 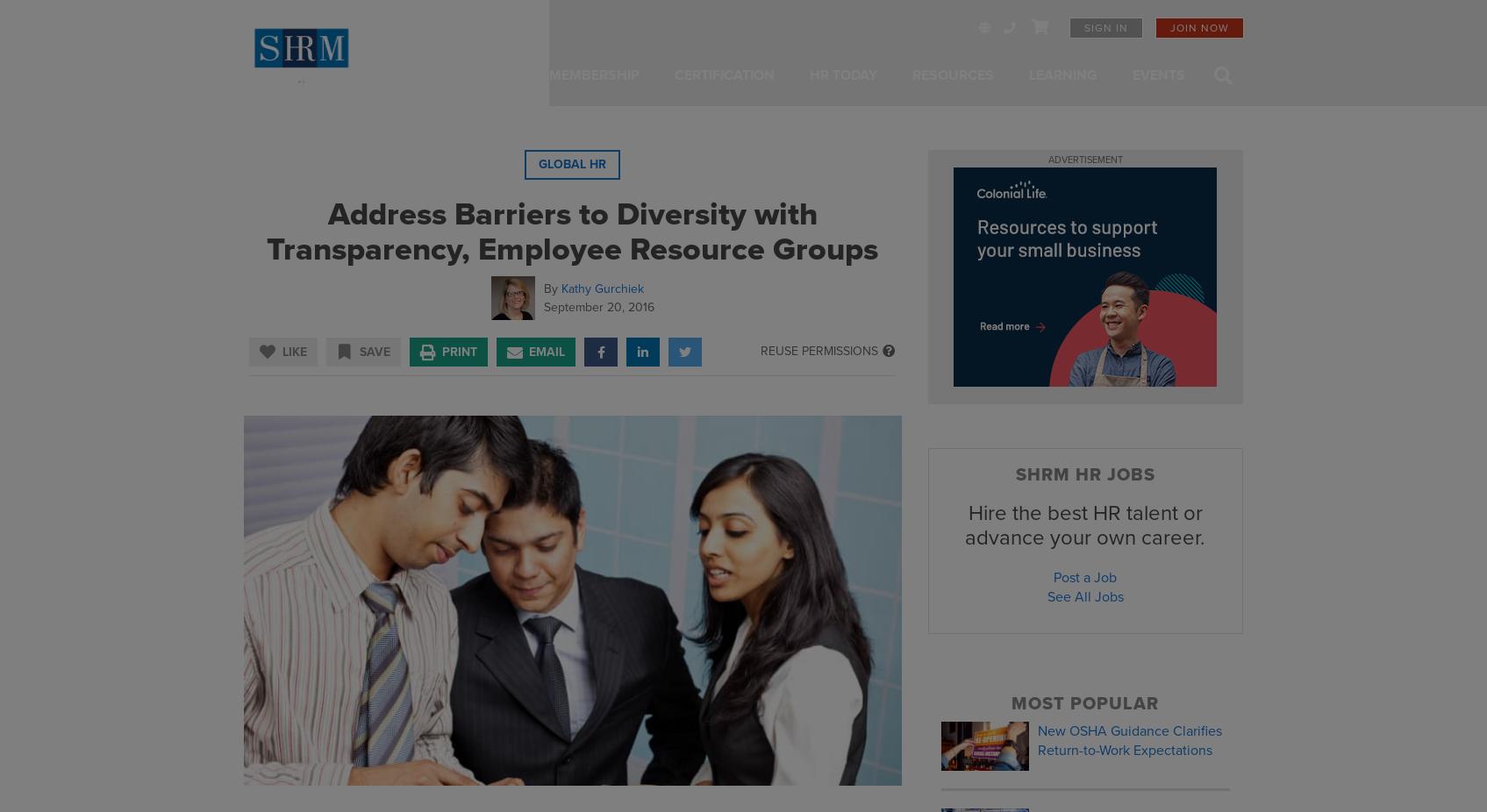 I want to click on 'SAVE', so click(x=375, y=351).